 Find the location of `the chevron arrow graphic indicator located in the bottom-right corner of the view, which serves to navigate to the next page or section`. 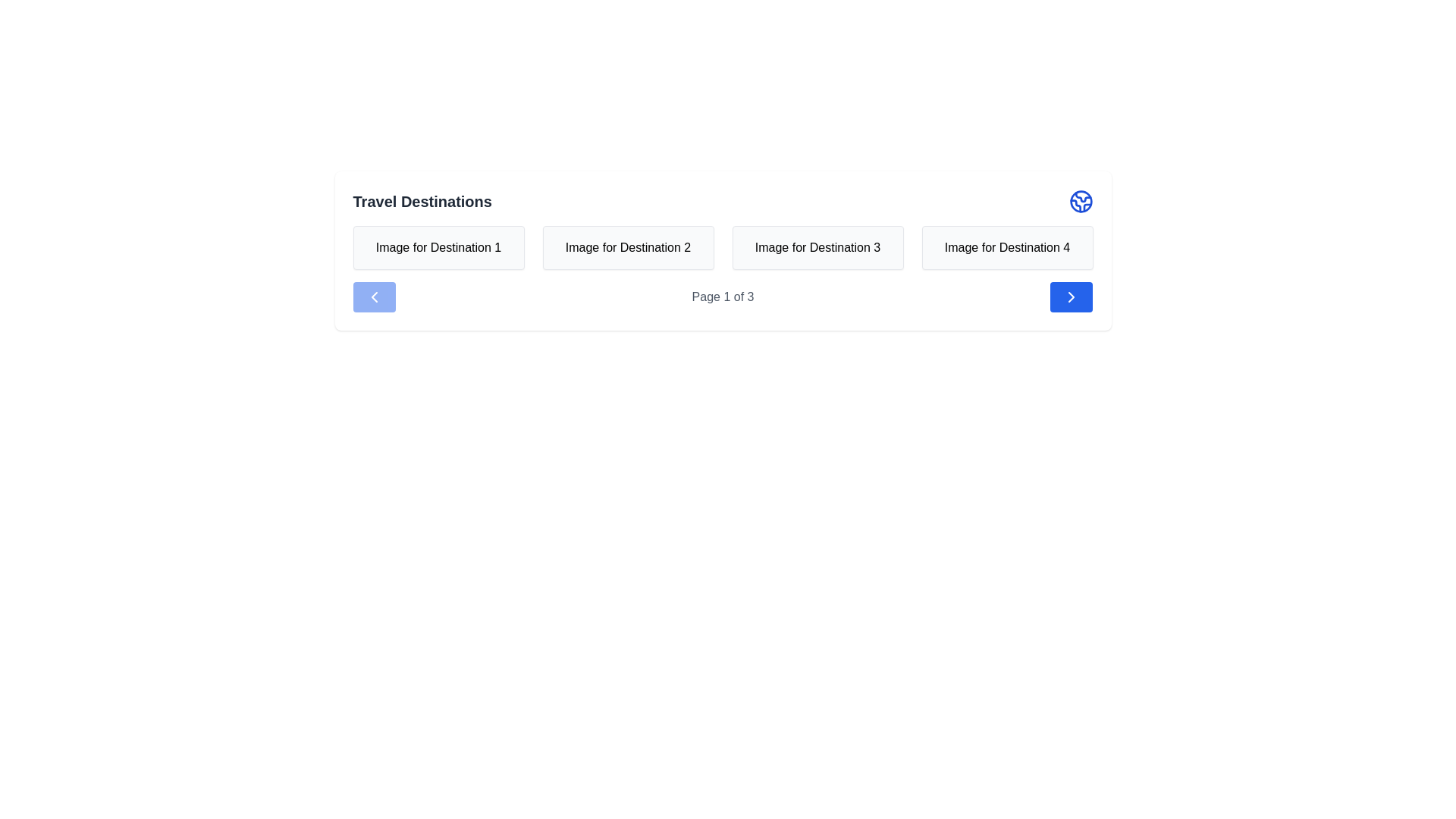

the chevron arrow graphic indicator located in the bottom-right corner of the view, which serves to navigate to the next page or section is located at coordinates (1071, 297).